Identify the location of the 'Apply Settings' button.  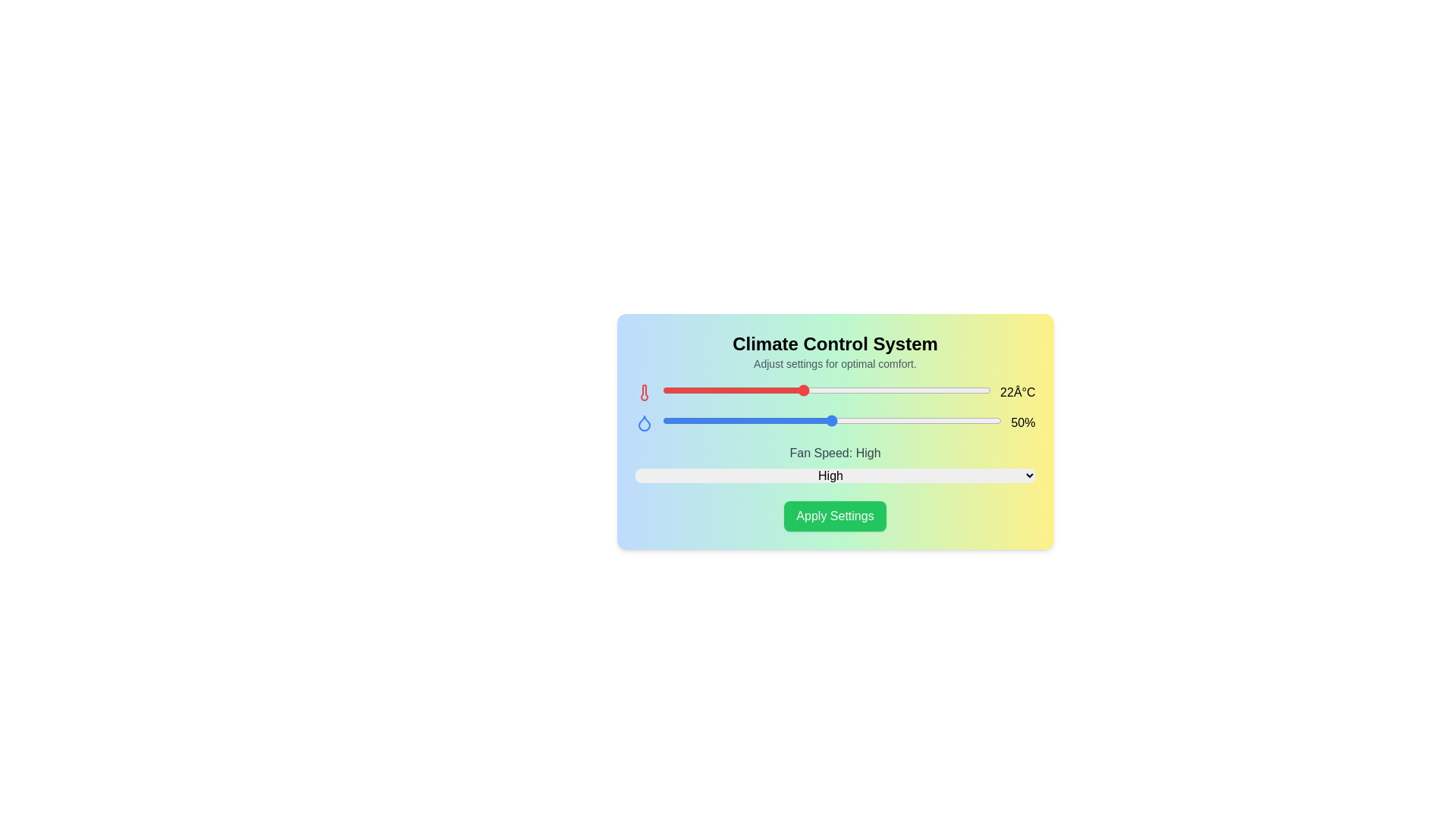
(834, 516).